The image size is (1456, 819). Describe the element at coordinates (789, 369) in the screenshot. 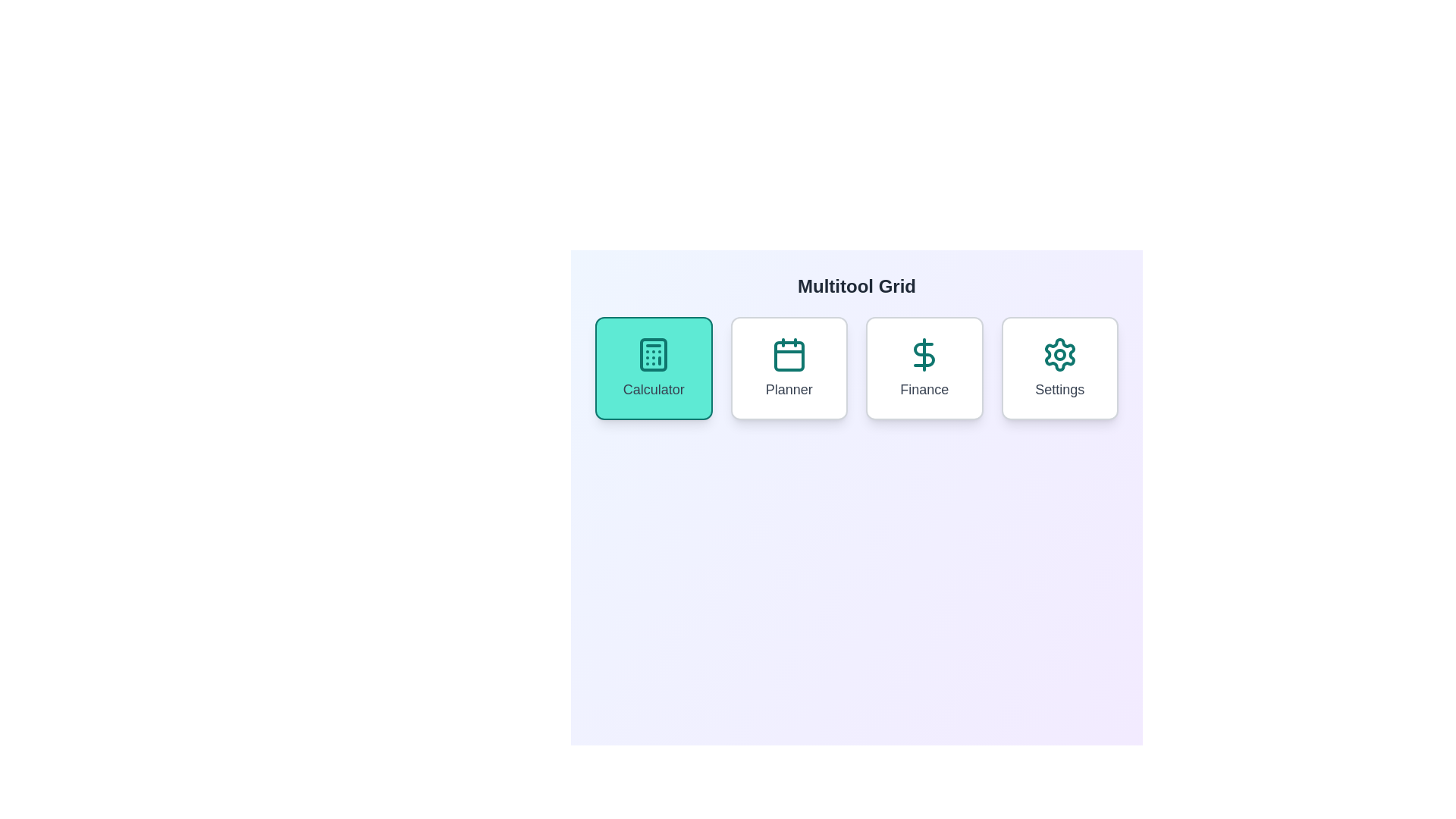

I see `the 'Planner' button, which is a rectangular button with a white background and a teal calendar icon at its center, located in the second column of a grid of four buttons` at that location.